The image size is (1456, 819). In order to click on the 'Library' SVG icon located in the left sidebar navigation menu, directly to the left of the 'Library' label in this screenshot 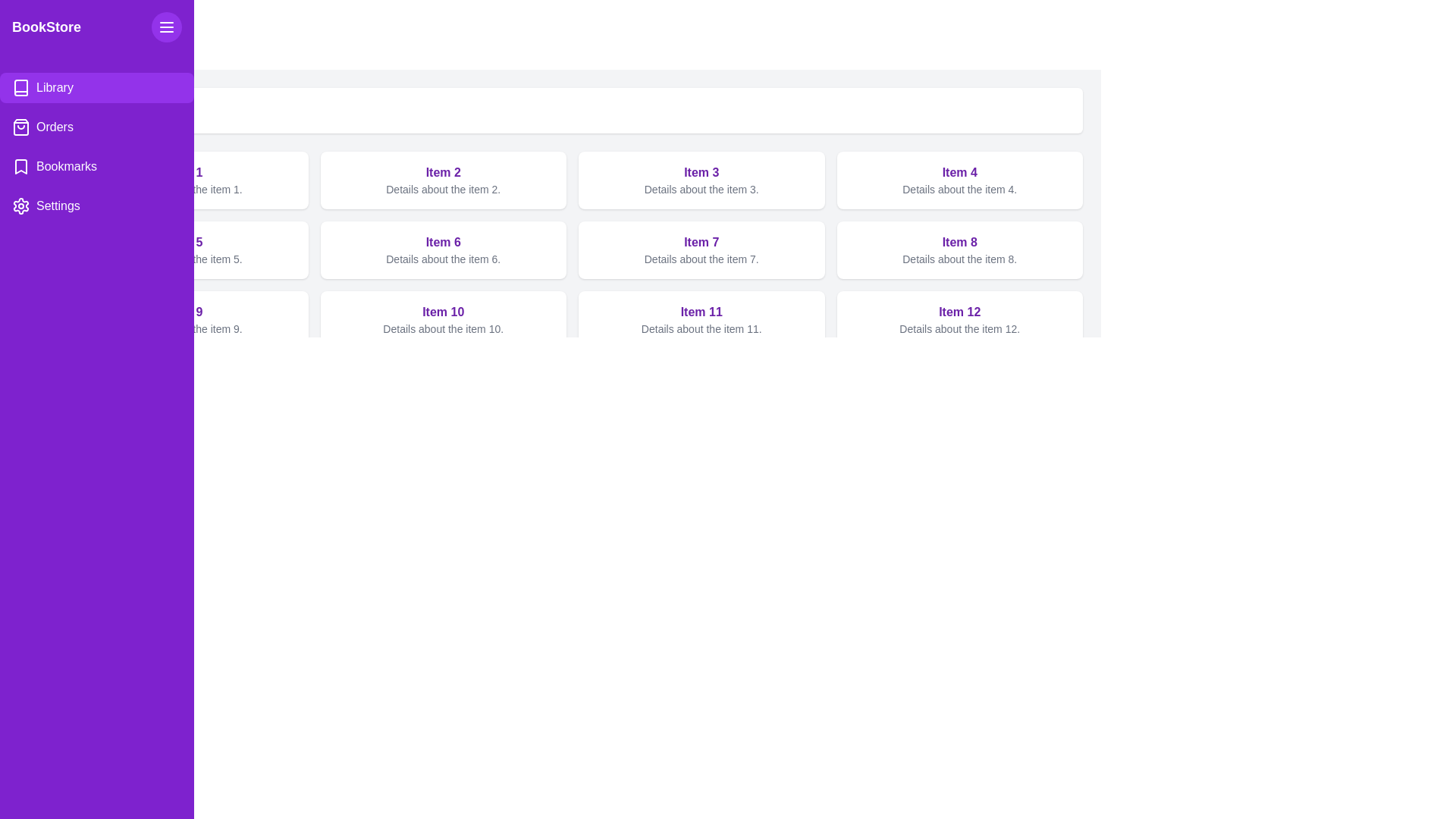, I will do `click(21, 87)`.